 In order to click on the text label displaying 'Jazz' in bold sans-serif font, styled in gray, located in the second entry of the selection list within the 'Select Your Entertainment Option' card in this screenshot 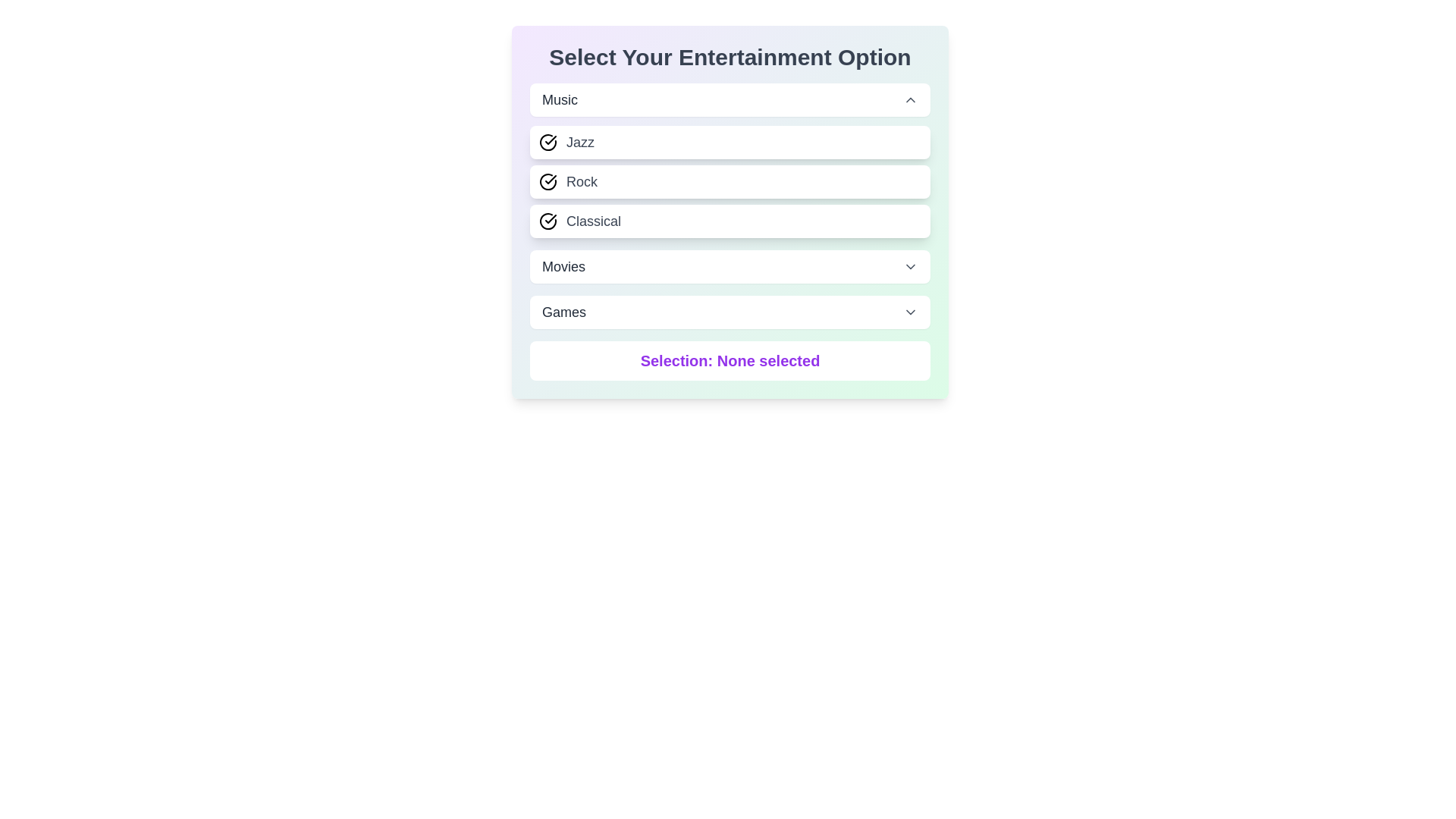, I will do `click(579, 143)`.